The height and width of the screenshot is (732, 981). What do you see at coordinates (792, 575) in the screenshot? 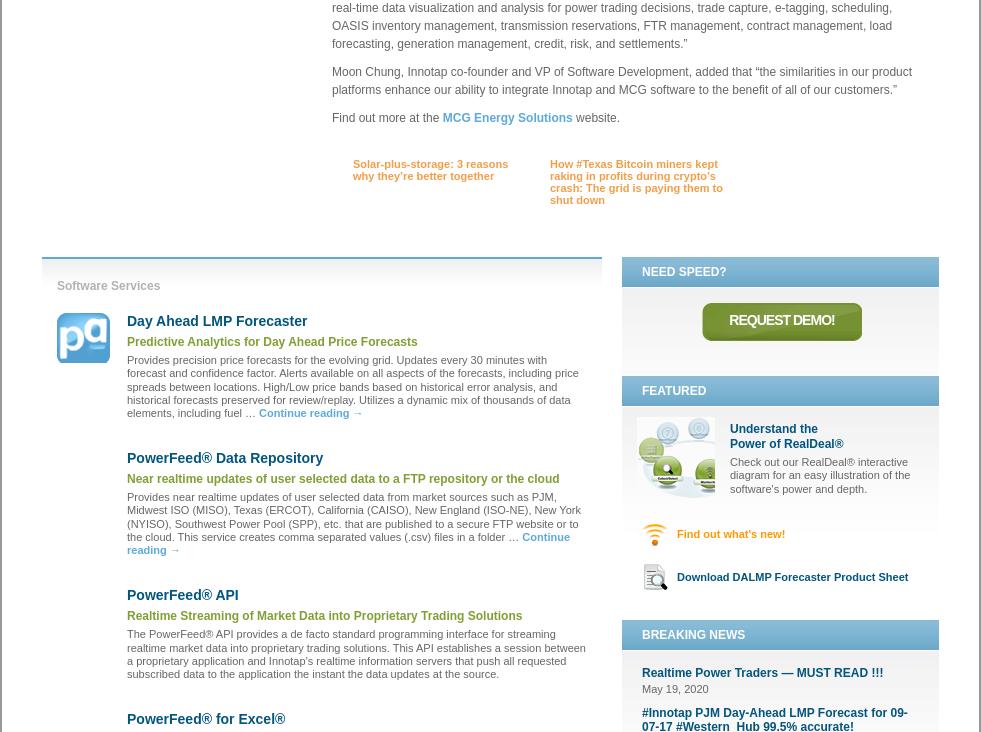
I see `'Download DALMP Forecaster Product Sheet'` at bounding box center [792, 575].